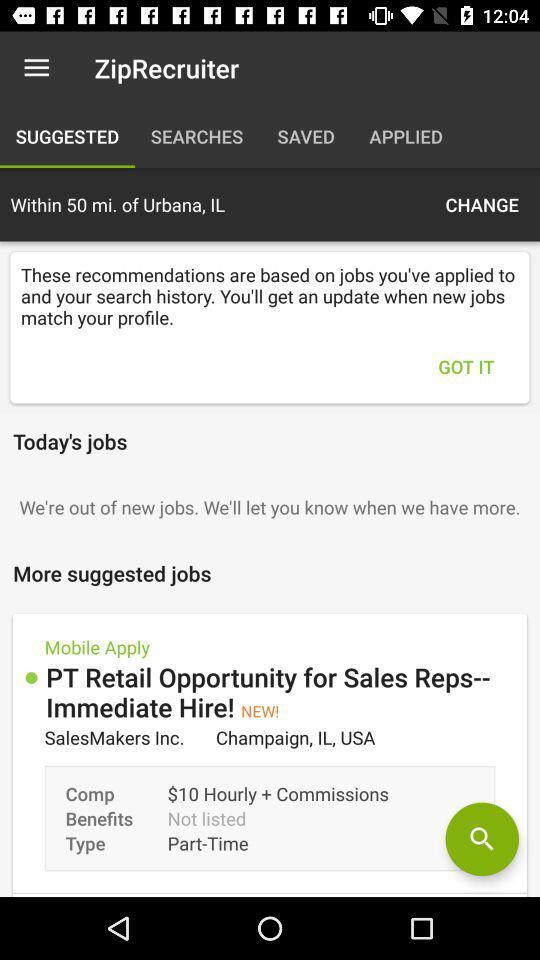  Describe the element at coordinates (36, 68) in the screenshot. I see `icon to the left of ziprecruiter icon` at that location.